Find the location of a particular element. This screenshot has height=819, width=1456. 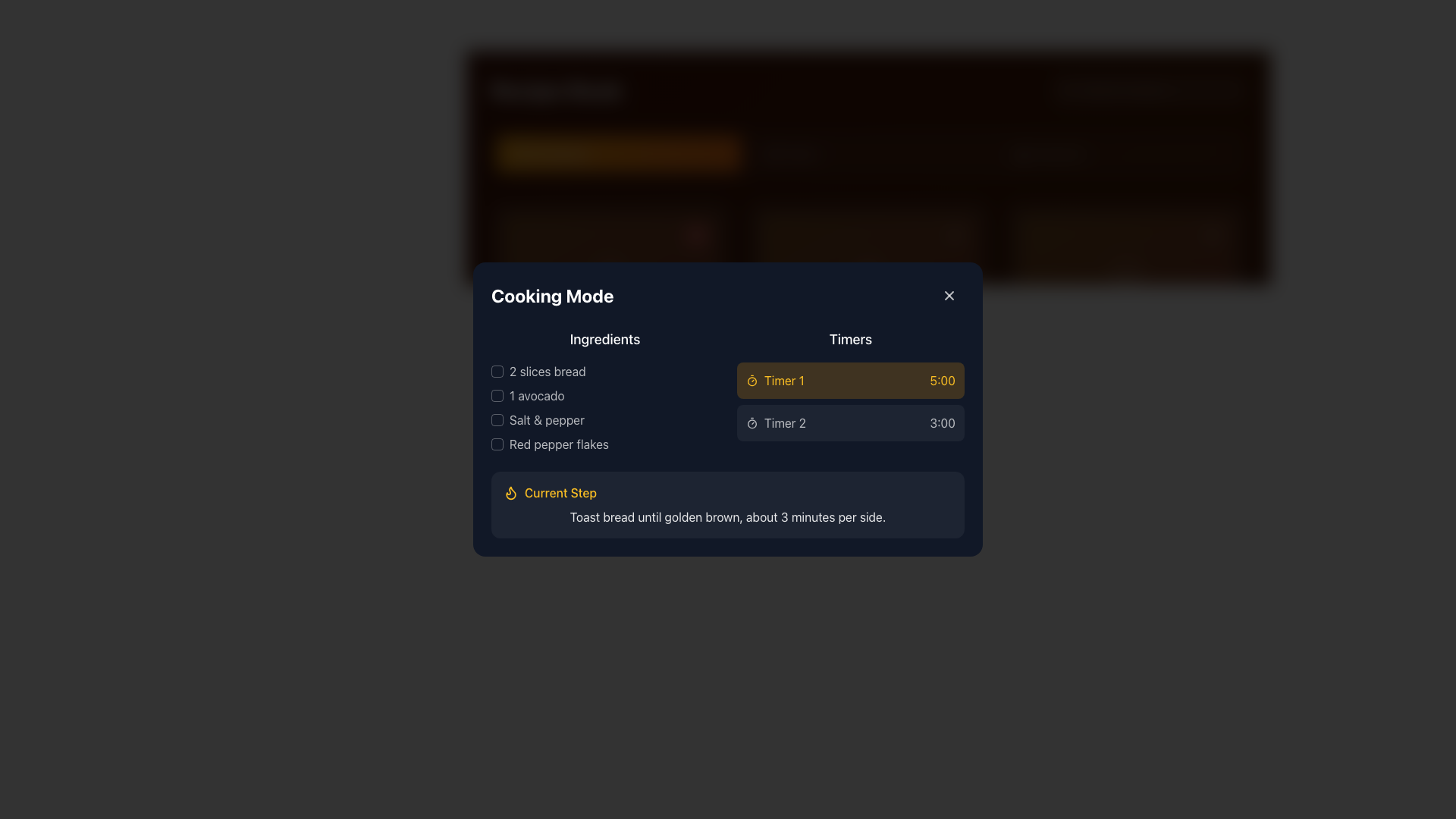

the 'Timer 1' label with the gold text and timer icon, located in the 'Timers' section of the dialog is located at coordinates (775, 379).